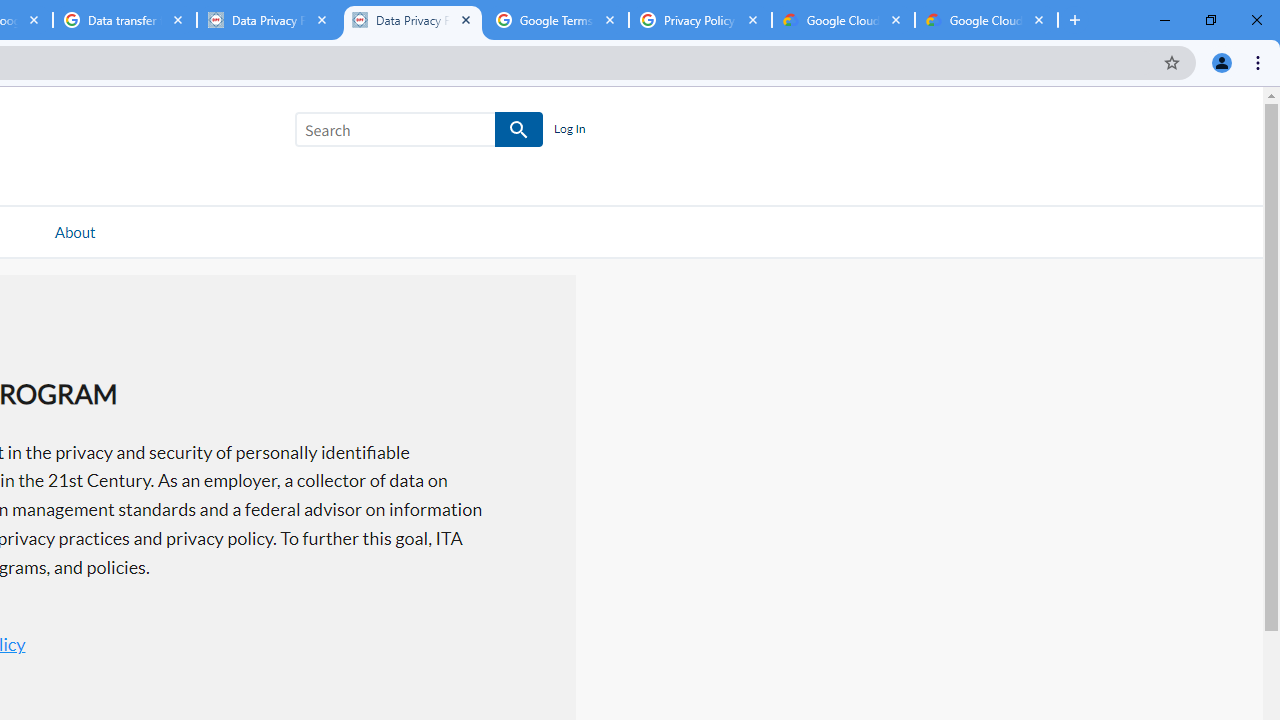  Describe the element at coordinates (843, 20) in the screenshot. I see `'Google Cloud Privacy Notice'` at that location.